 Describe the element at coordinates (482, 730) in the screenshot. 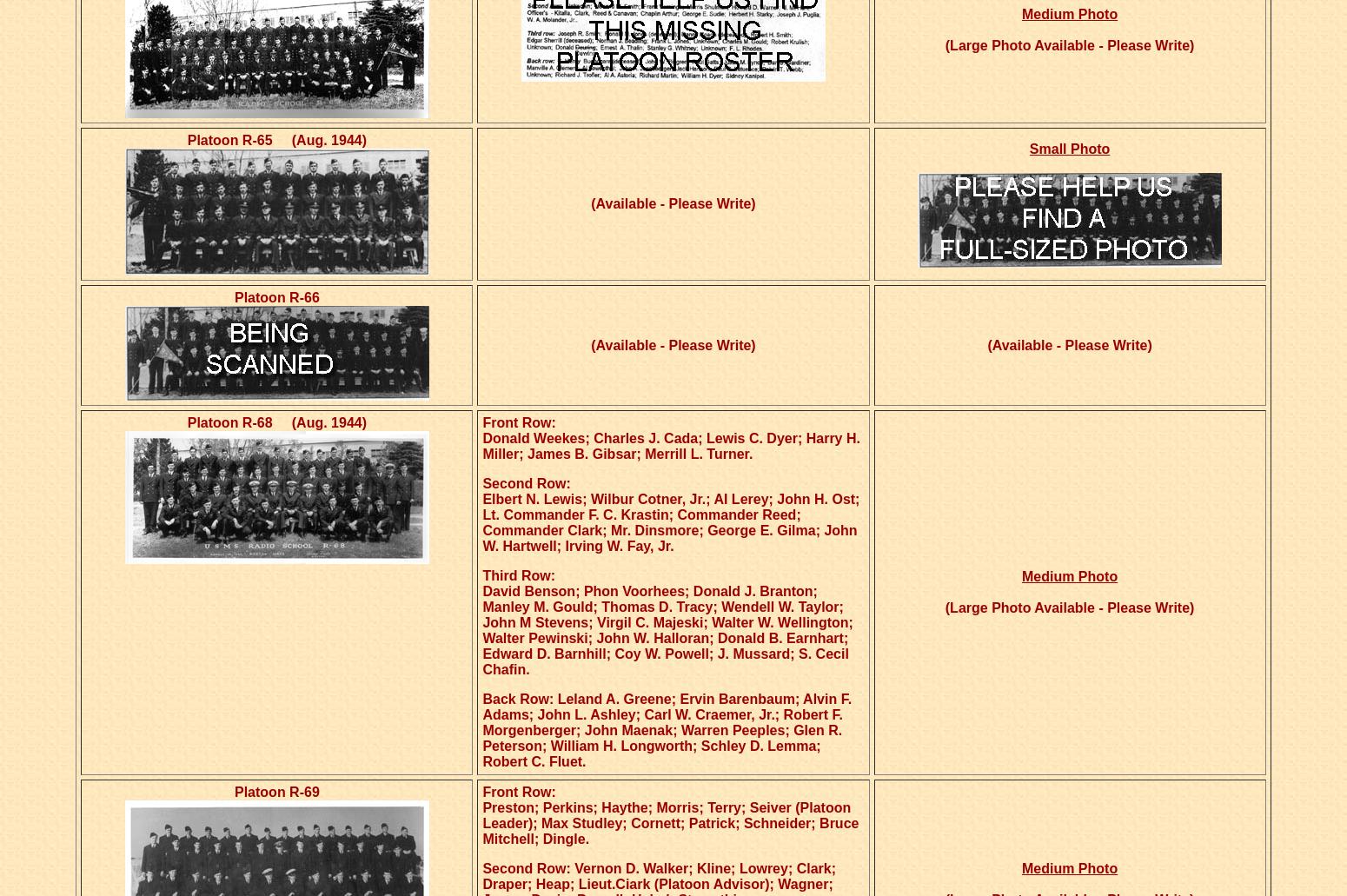

I see `'Back Row: Leland A. Greene; Ervin Barenbaum; Alvin F. Adams; John L. Ashley; Carl W. Craemer, Jr.;
                Robert F. Morgenberger; John Maenak; Warren Peeples; Glen R. Peterson; William H. Longworth; Schley D. Lemma; Robert C. Fluet.'` at that location.